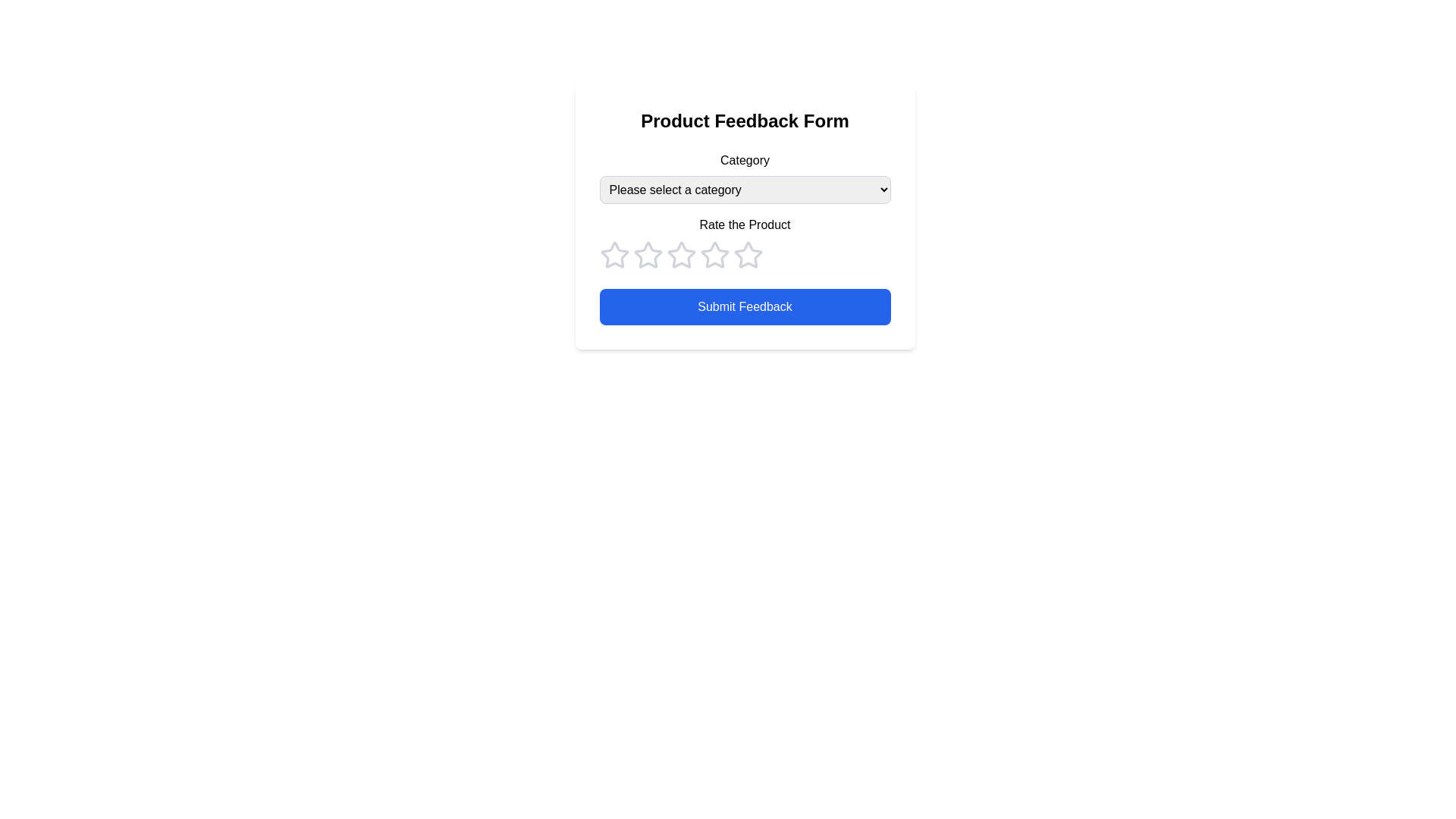 The height and width of the screenshot is (819, 1456). What do you see at coordinates (745, 225) in the screenshot?
I see `the text label that says 'Rate the Product' which is positioned centrally above the star icons in the feedback form module` at bounding box center [745, 225].